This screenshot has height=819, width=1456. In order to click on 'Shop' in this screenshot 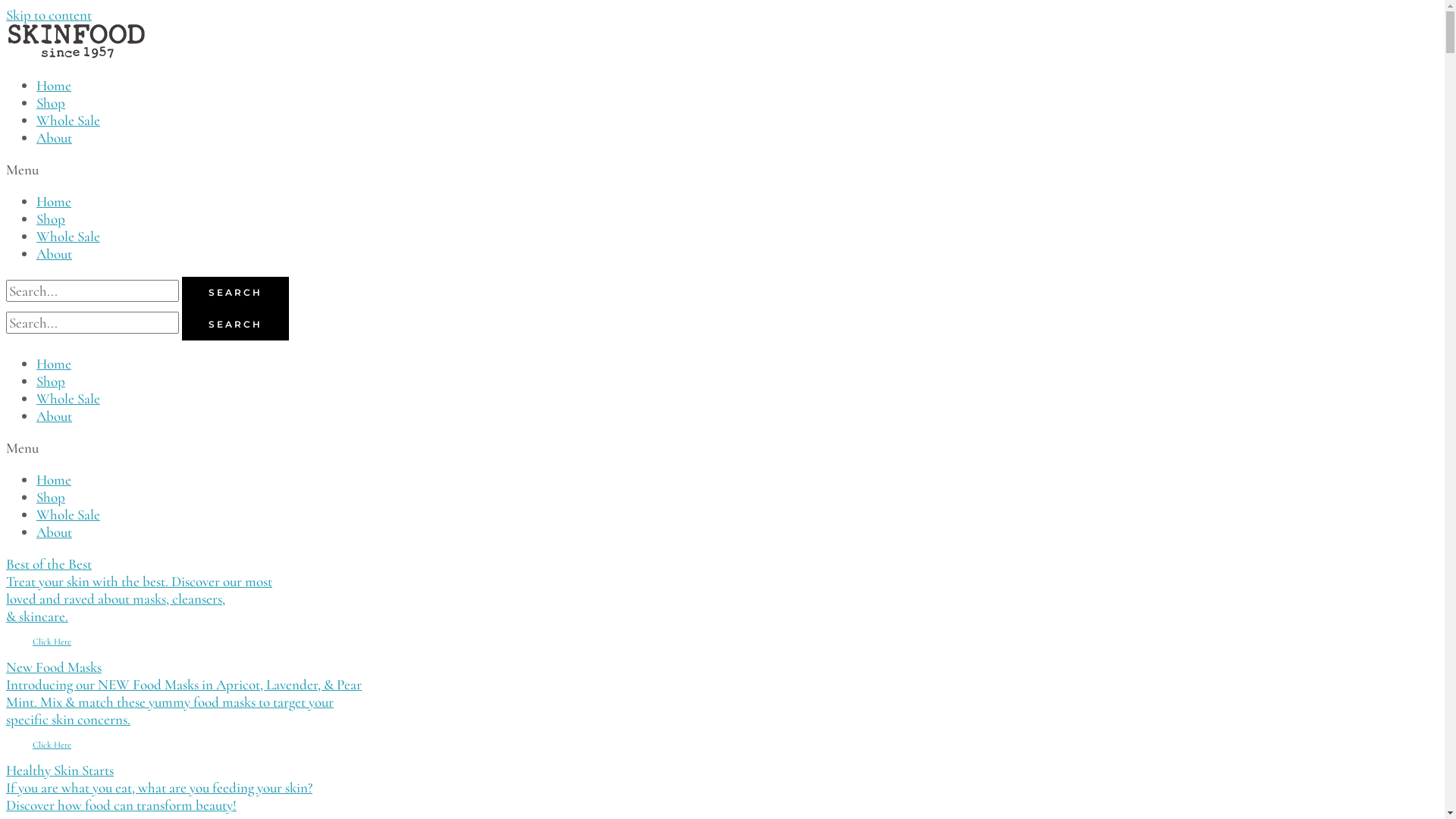, I will do `click(51, 497)`.